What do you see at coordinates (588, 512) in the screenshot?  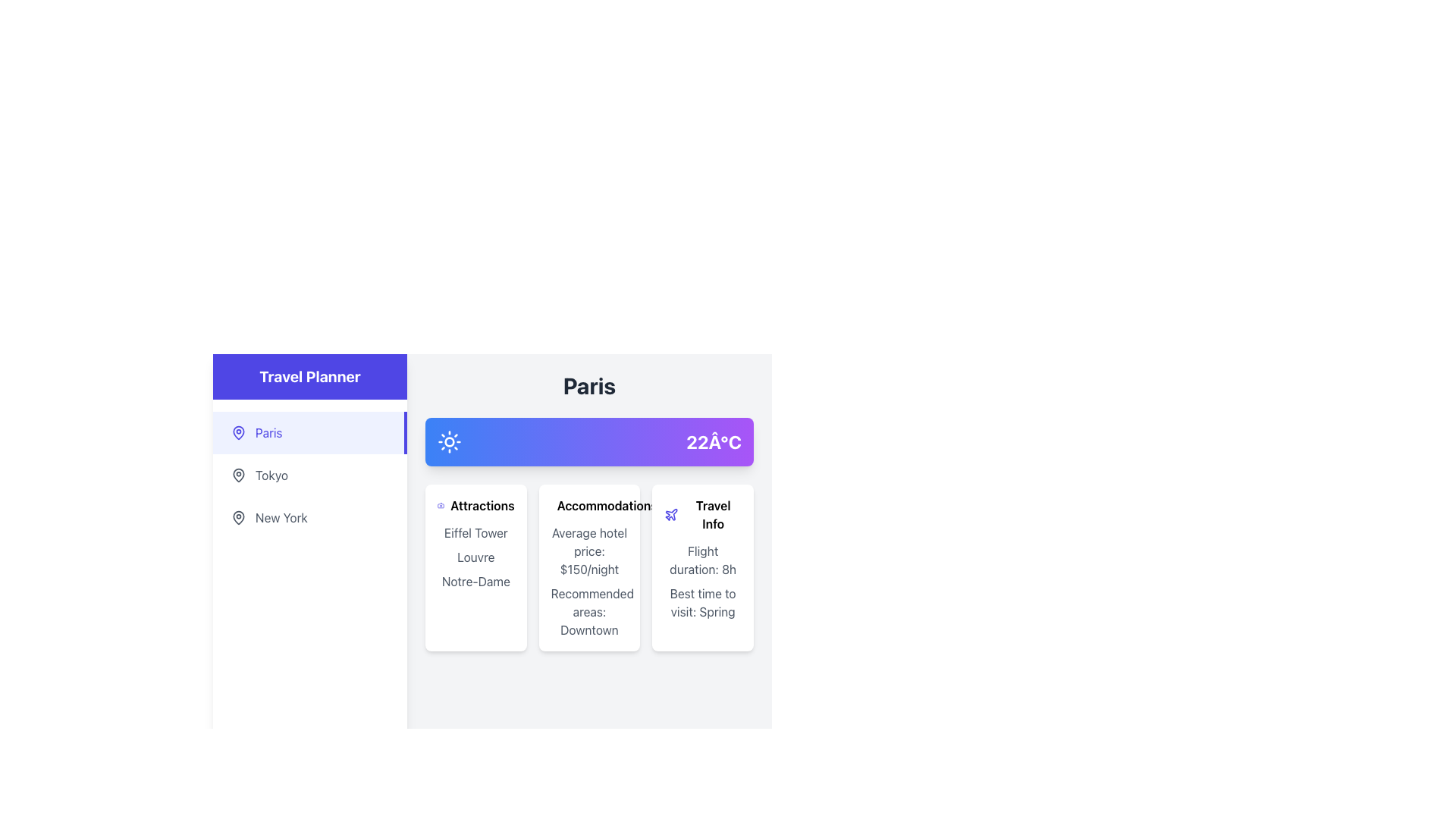 I see `the accommodations card that provides information about hotel prices and recommended areas to stay, which is the second card in a row of three` at bounding box center [588, 512].